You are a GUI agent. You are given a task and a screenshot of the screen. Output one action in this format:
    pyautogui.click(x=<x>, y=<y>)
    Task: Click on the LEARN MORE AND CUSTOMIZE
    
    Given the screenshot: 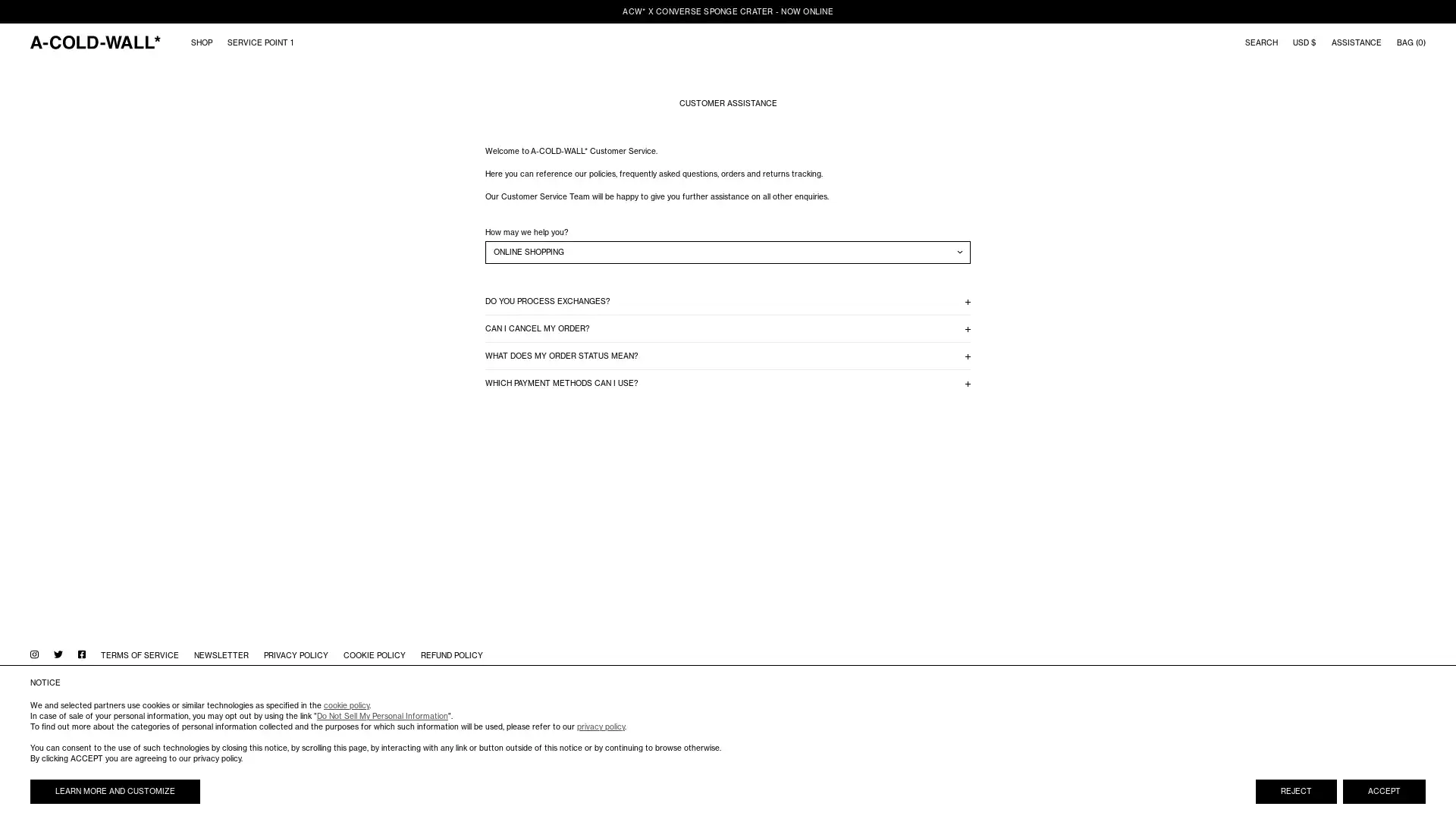 What is the action you would take?
    pyautogui.click(x=115, y=791)
    